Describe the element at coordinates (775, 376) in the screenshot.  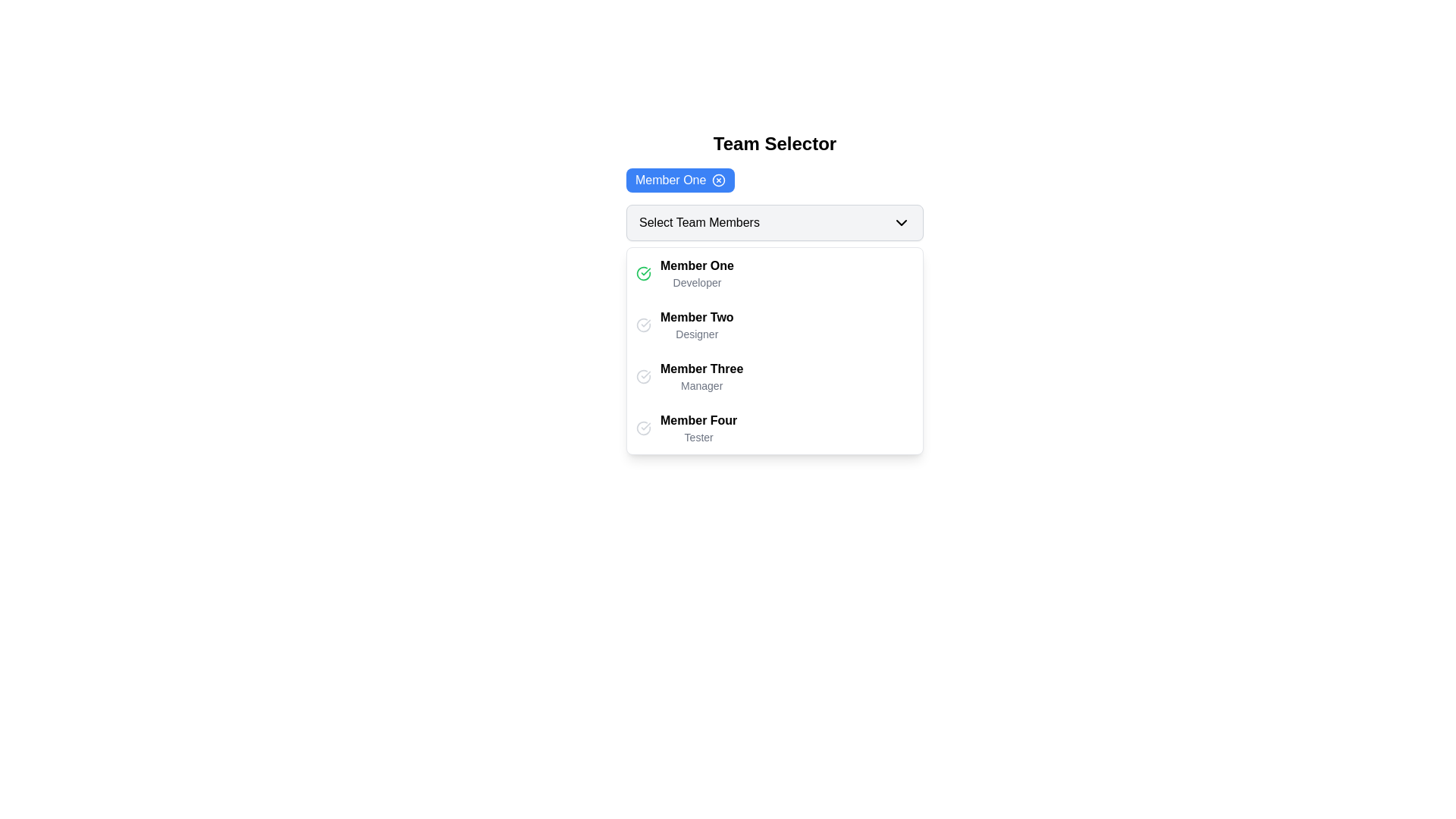
I see `the third list item labeled 'Member Three' under the 'Select Team Members' dropdown menu` at that location.